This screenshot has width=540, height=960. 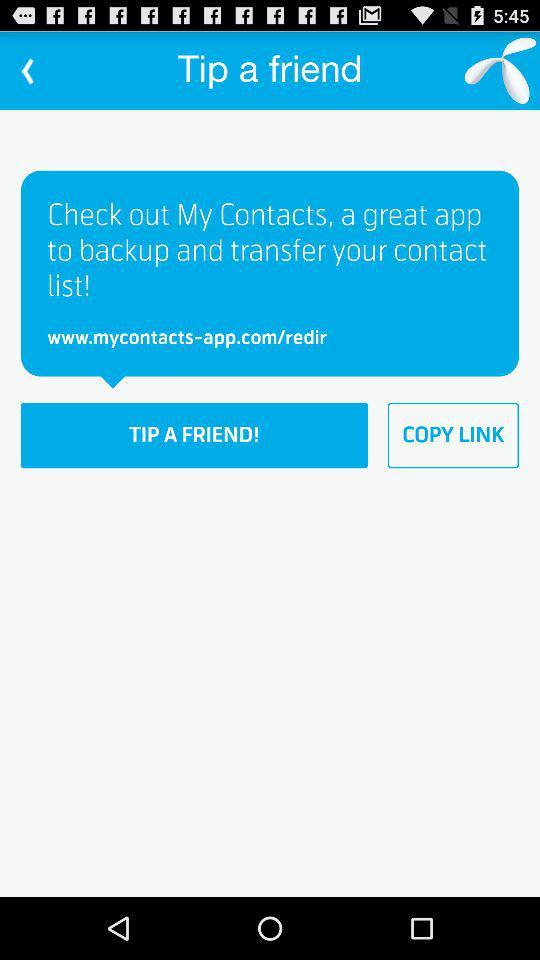 What do you see at coordinates (453, 435) in the screenshot?
I see `icon on the right` at bounding box center [453, 435].